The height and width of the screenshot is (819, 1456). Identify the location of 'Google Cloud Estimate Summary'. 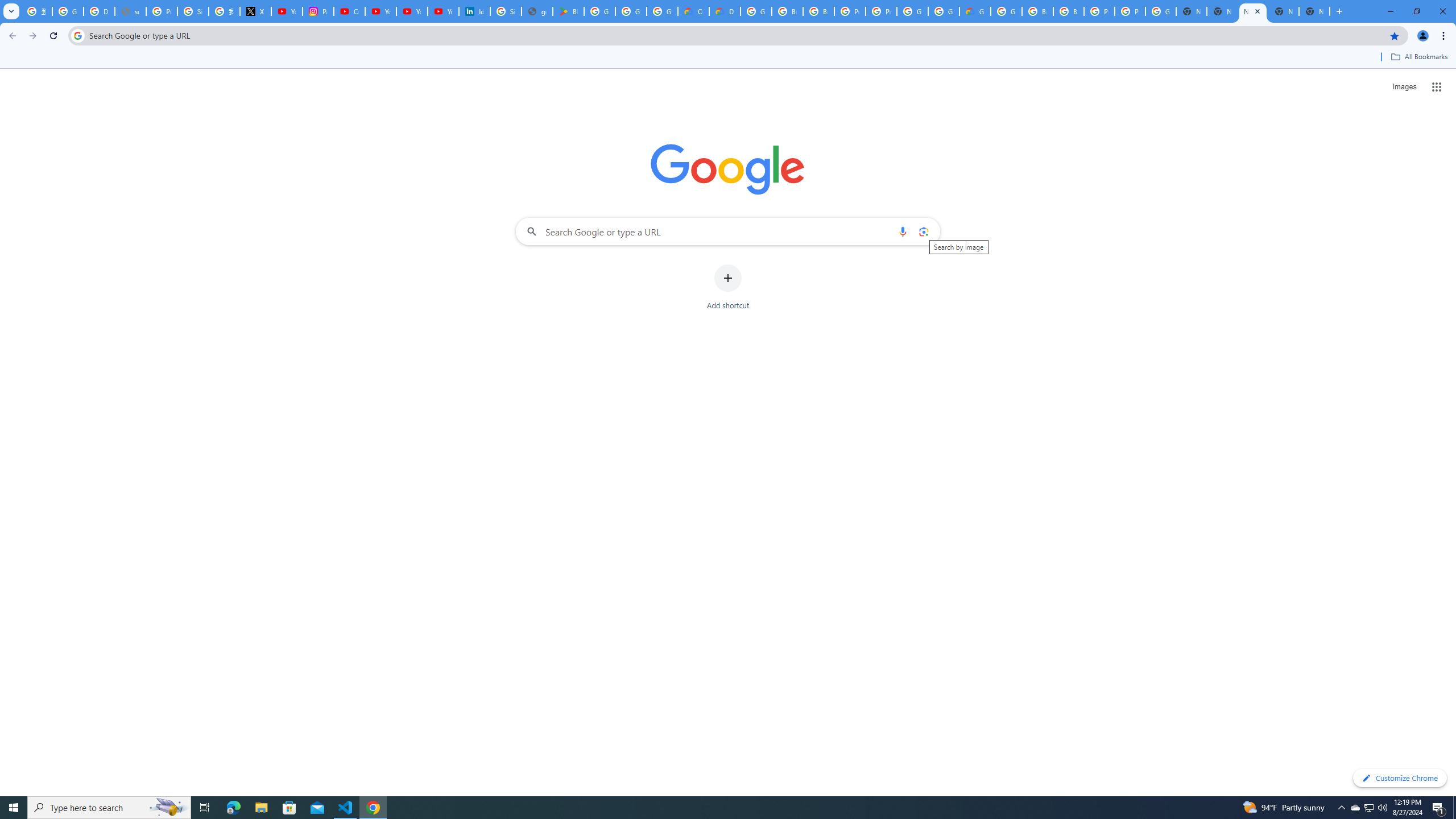
(974, 11).